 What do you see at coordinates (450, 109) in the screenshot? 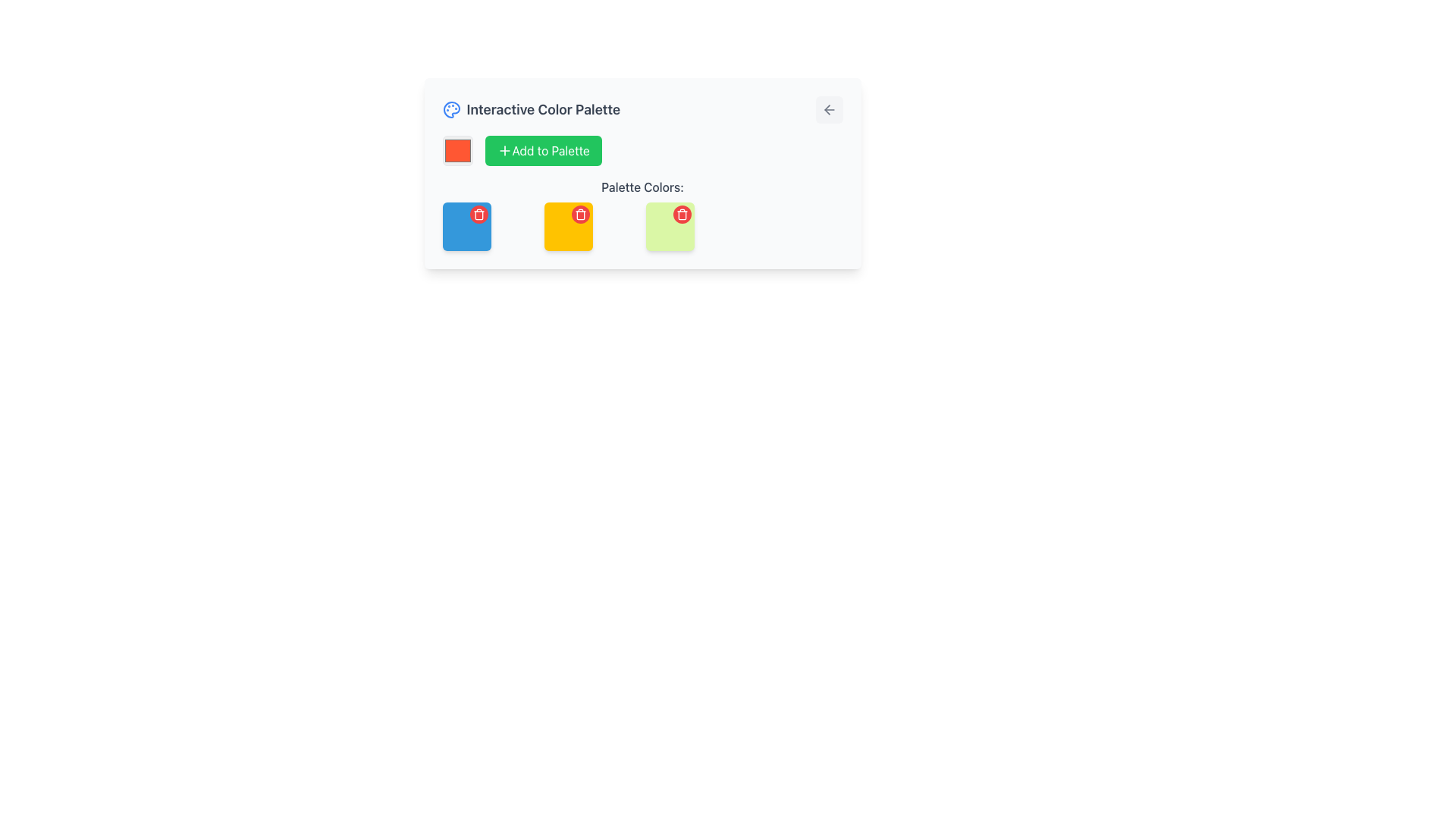
I see `the painter's palette decorative icon located in the top left section of the interface, near the header 'Interactive Color Palette.'` at bounding box center [450, 109].